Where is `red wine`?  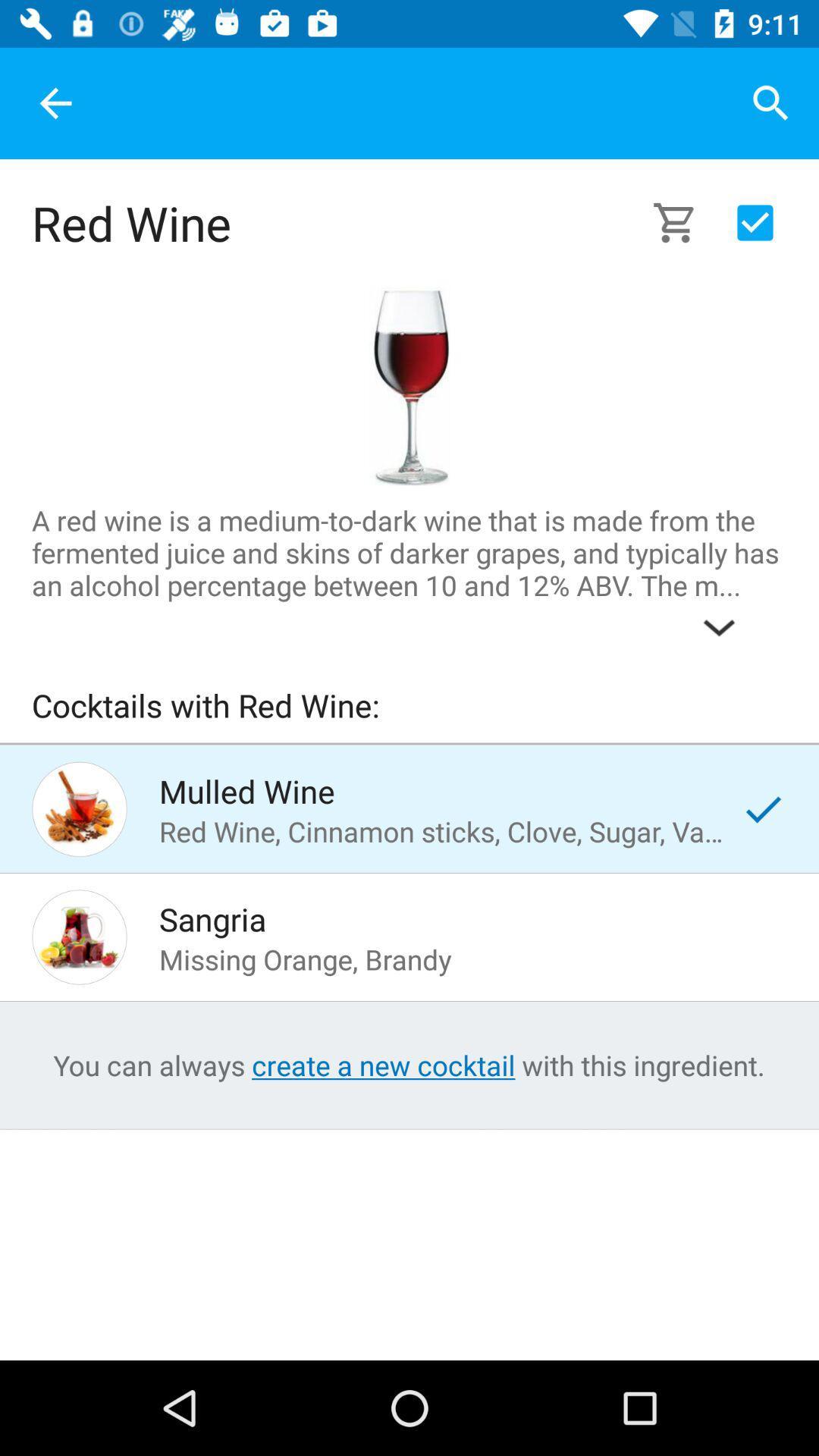
red wine is located at coordinates (408, 386).